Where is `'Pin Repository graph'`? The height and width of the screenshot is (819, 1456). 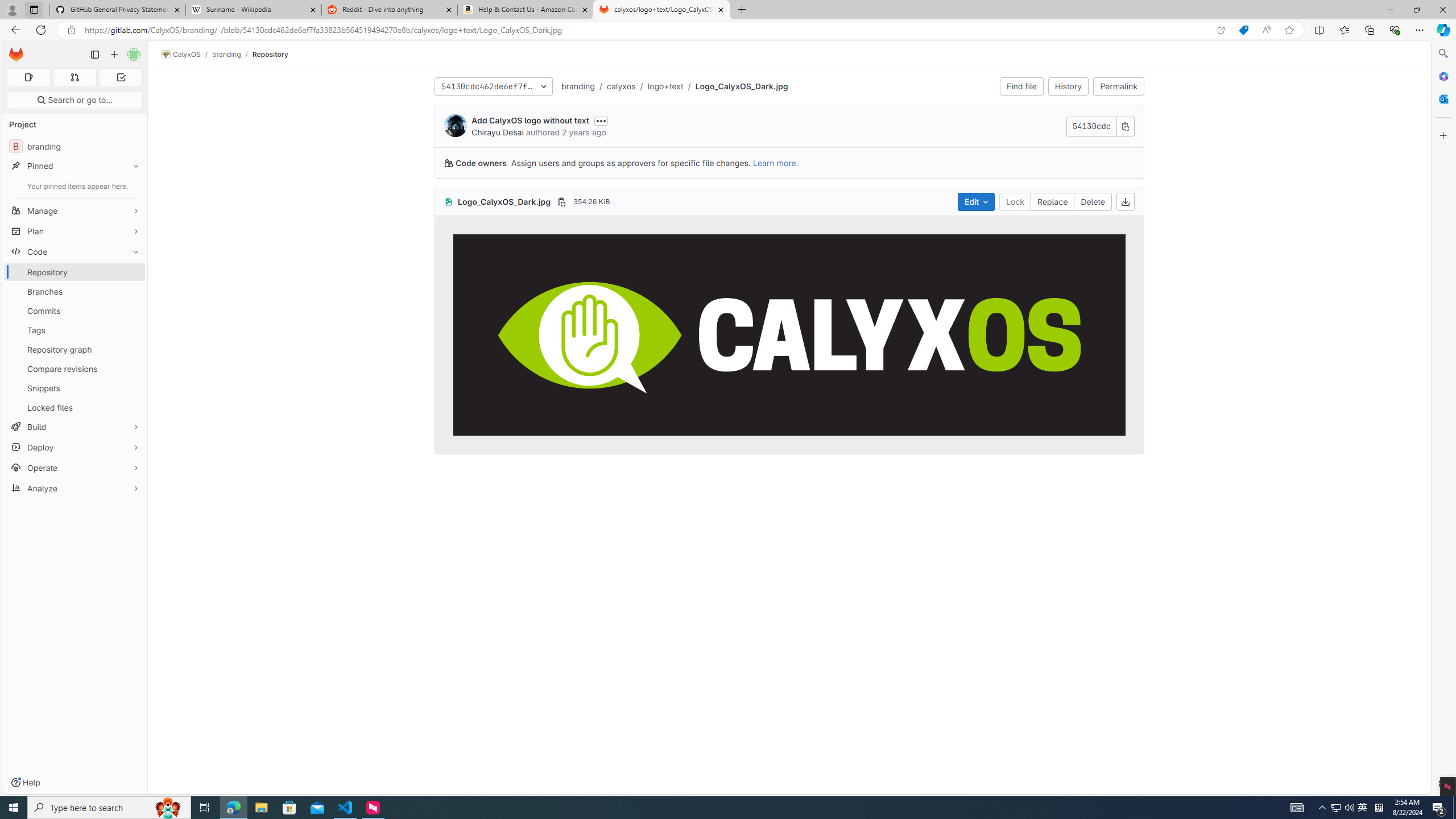
'Pin Repository graph' is located at coordinates (133, 349).